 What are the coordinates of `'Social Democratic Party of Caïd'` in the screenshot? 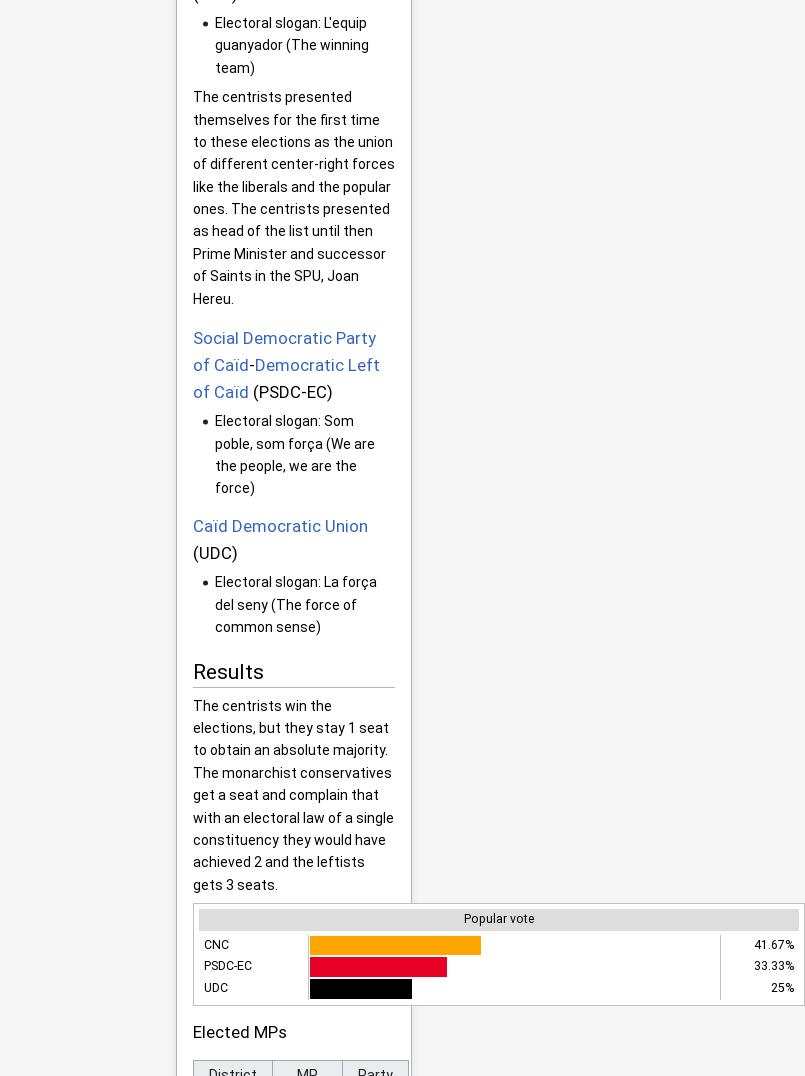 It's located at (284, 351).